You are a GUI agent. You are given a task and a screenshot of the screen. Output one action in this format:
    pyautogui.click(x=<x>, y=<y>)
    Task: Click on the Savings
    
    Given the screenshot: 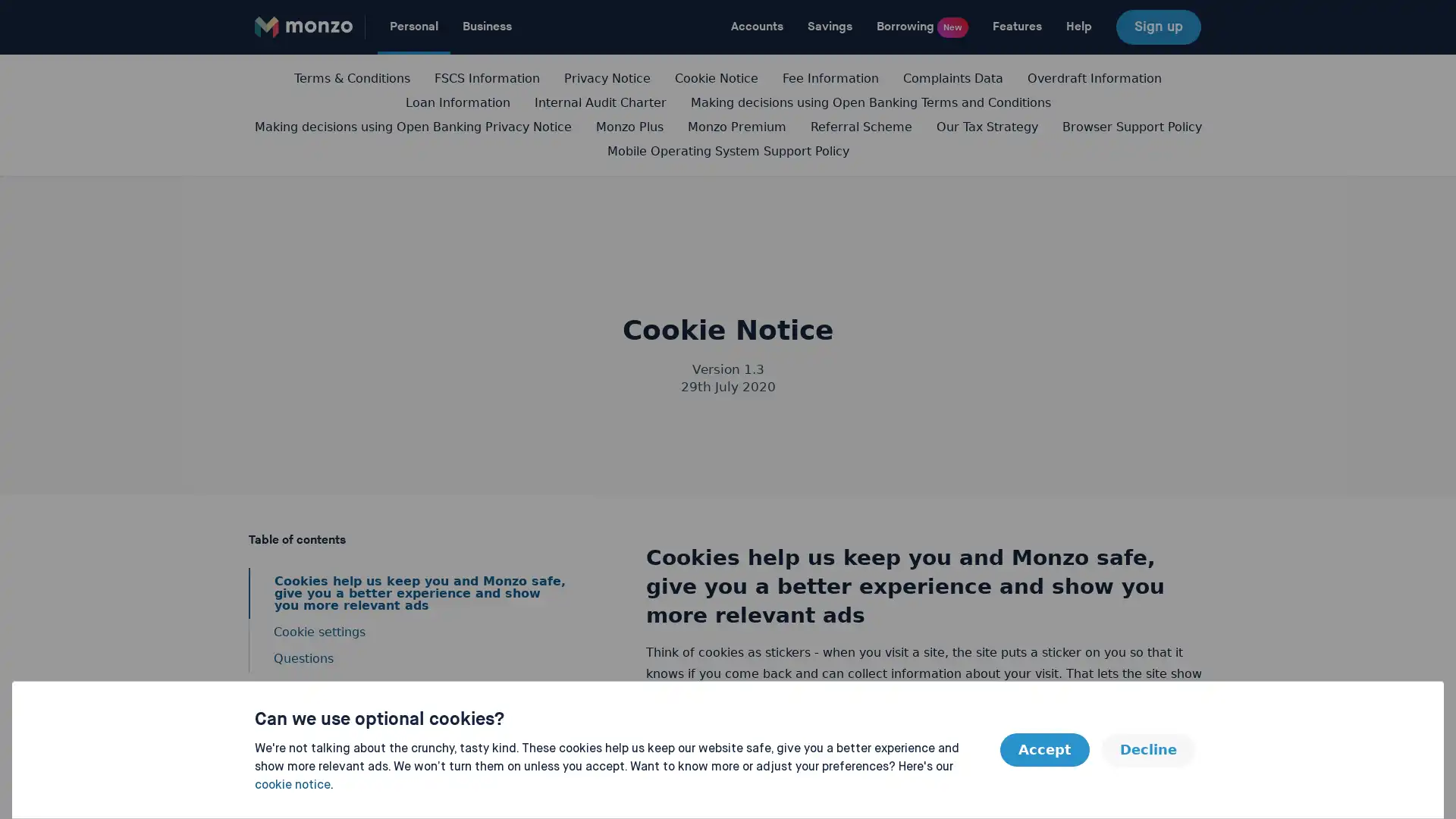 What is the action you would take?
    pyautogui.click(x=829, y=27)
    